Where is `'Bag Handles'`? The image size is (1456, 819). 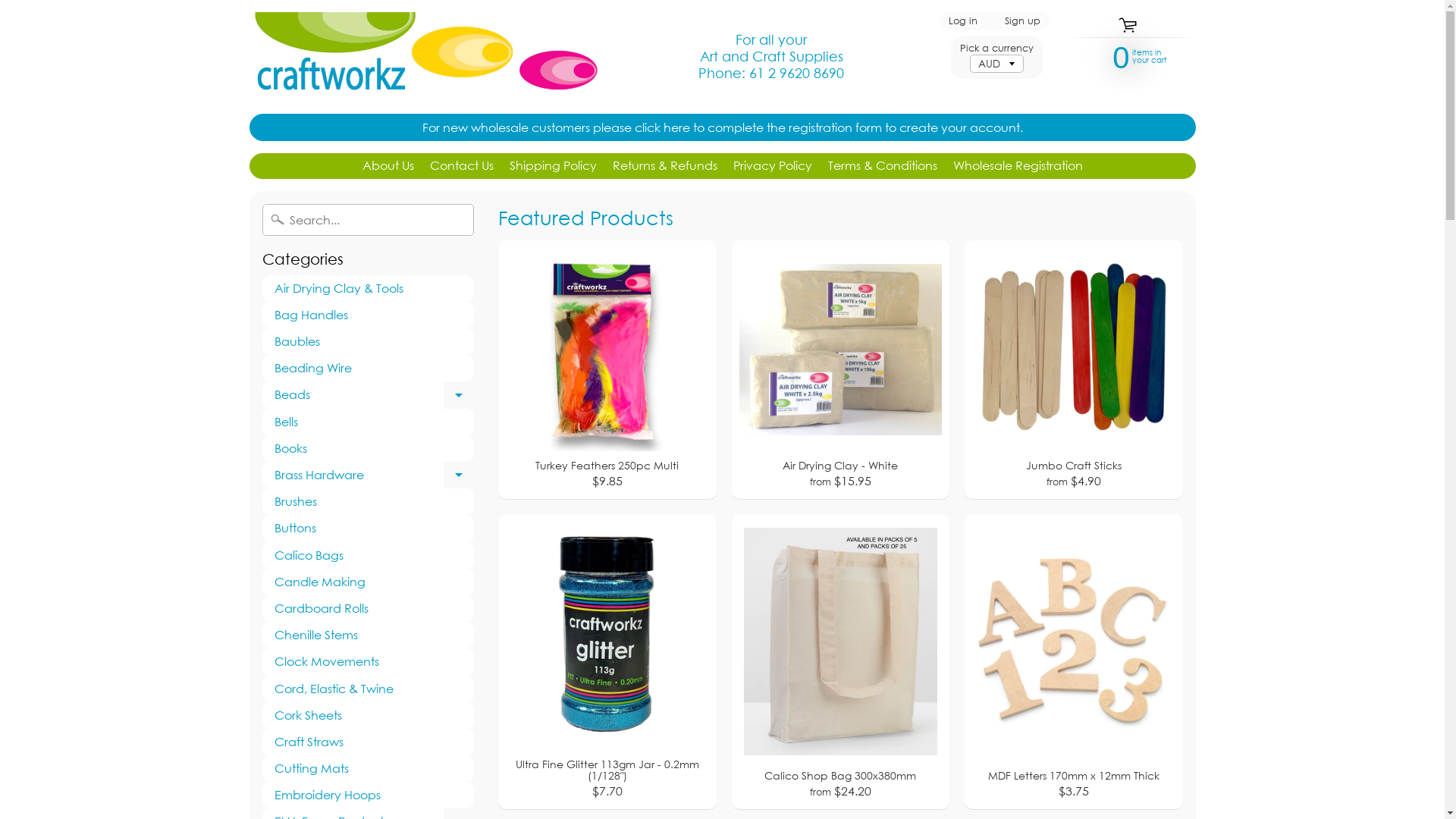
'Bag Handles' is located at coordinates (368, 314).